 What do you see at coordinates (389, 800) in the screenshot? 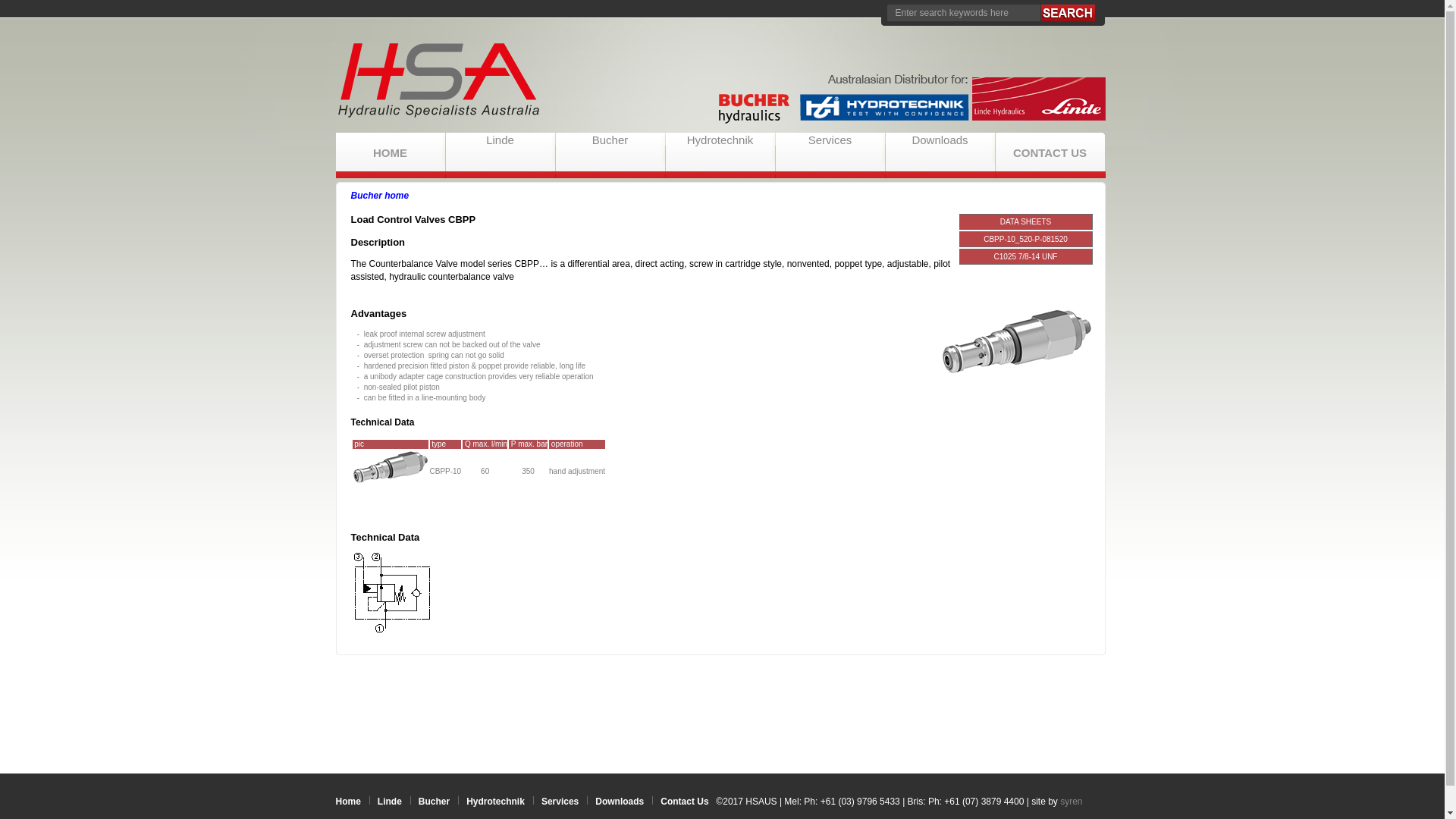
I see `'Linde'` at bounding box center [389, 800].